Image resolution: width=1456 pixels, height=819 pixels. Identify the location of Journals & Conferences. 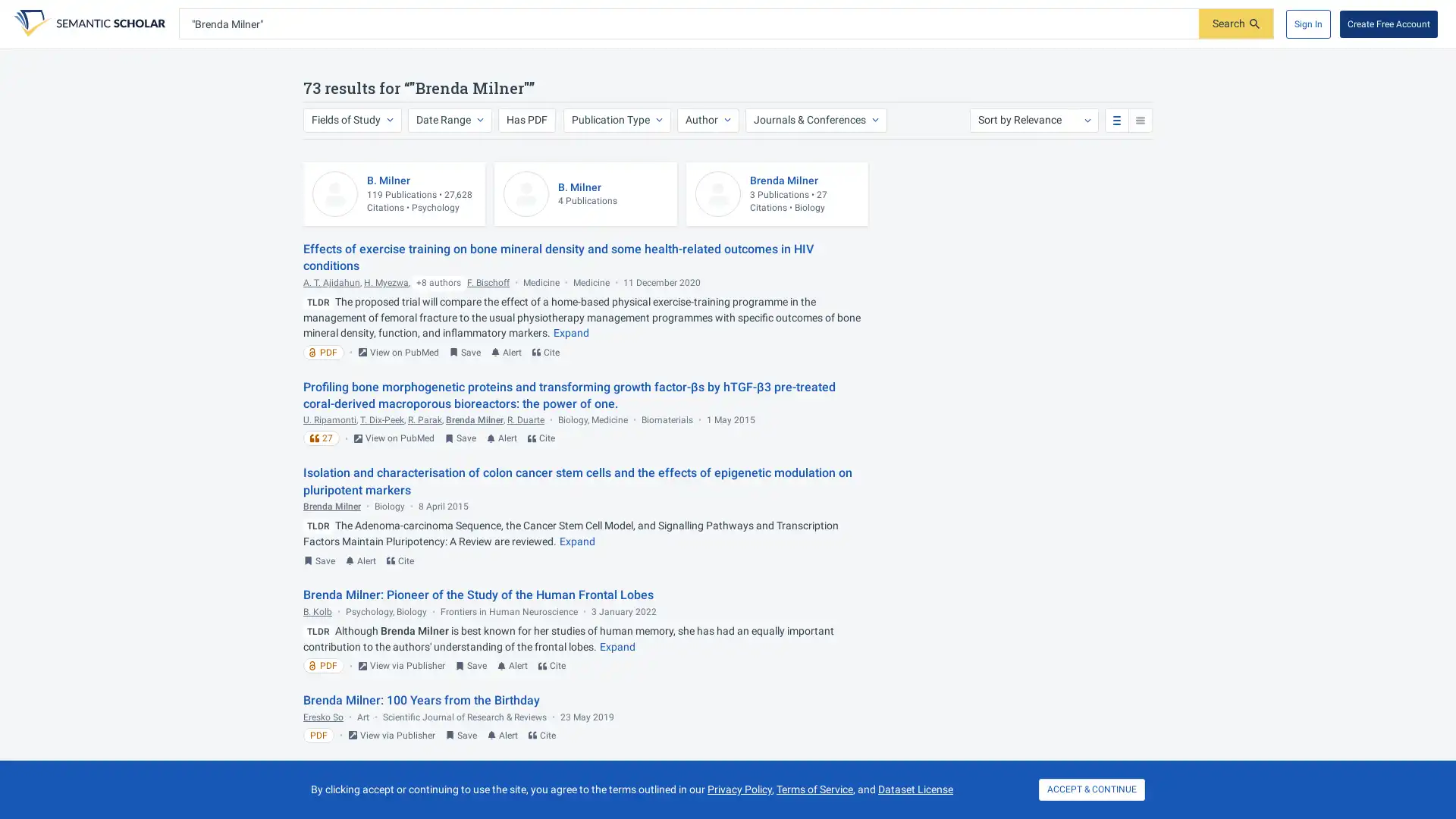
(814, 119).